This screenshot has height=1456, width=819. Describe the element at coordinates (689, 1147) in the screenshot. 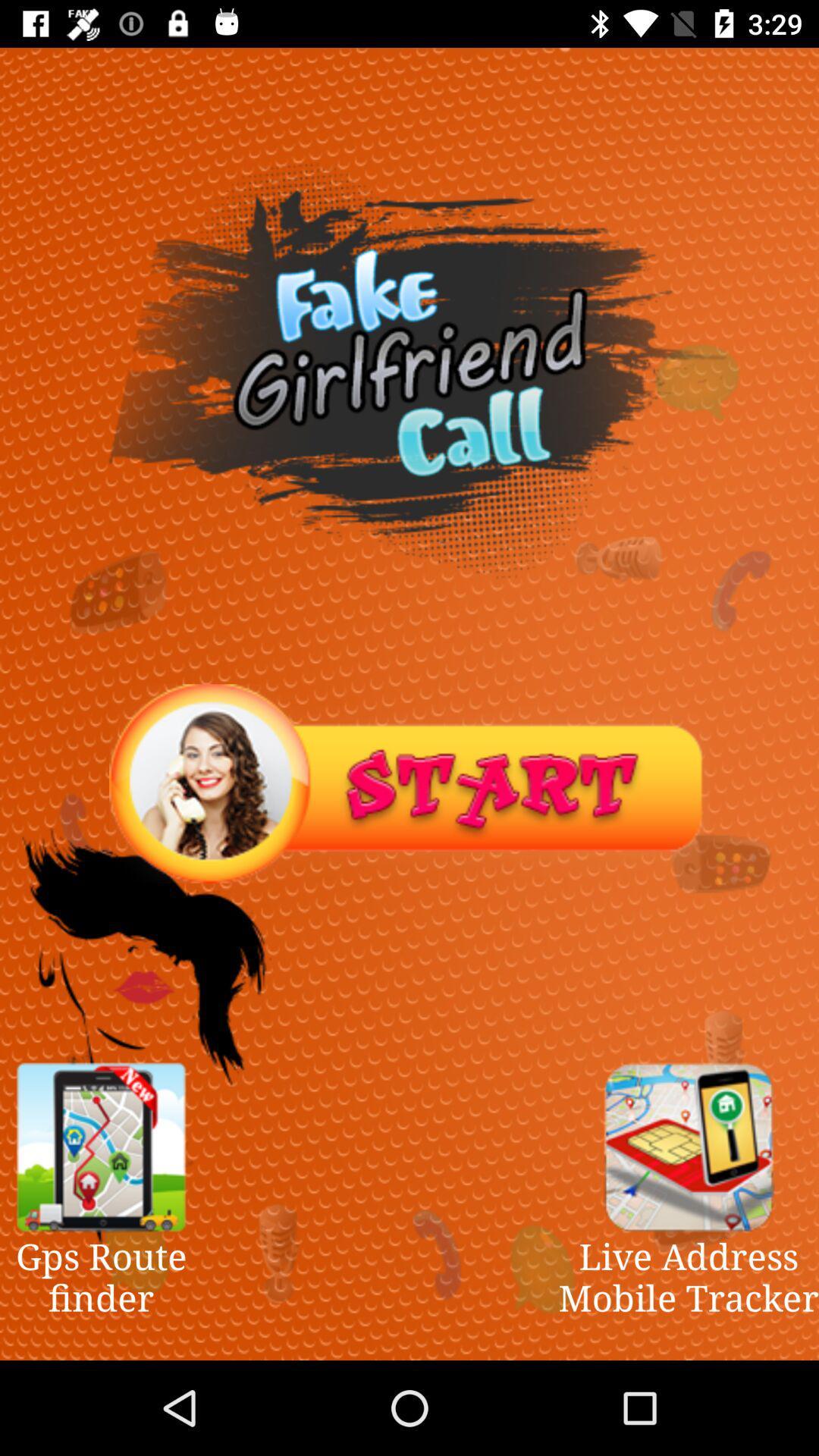

I see `open live address mobile tracker` at that location.